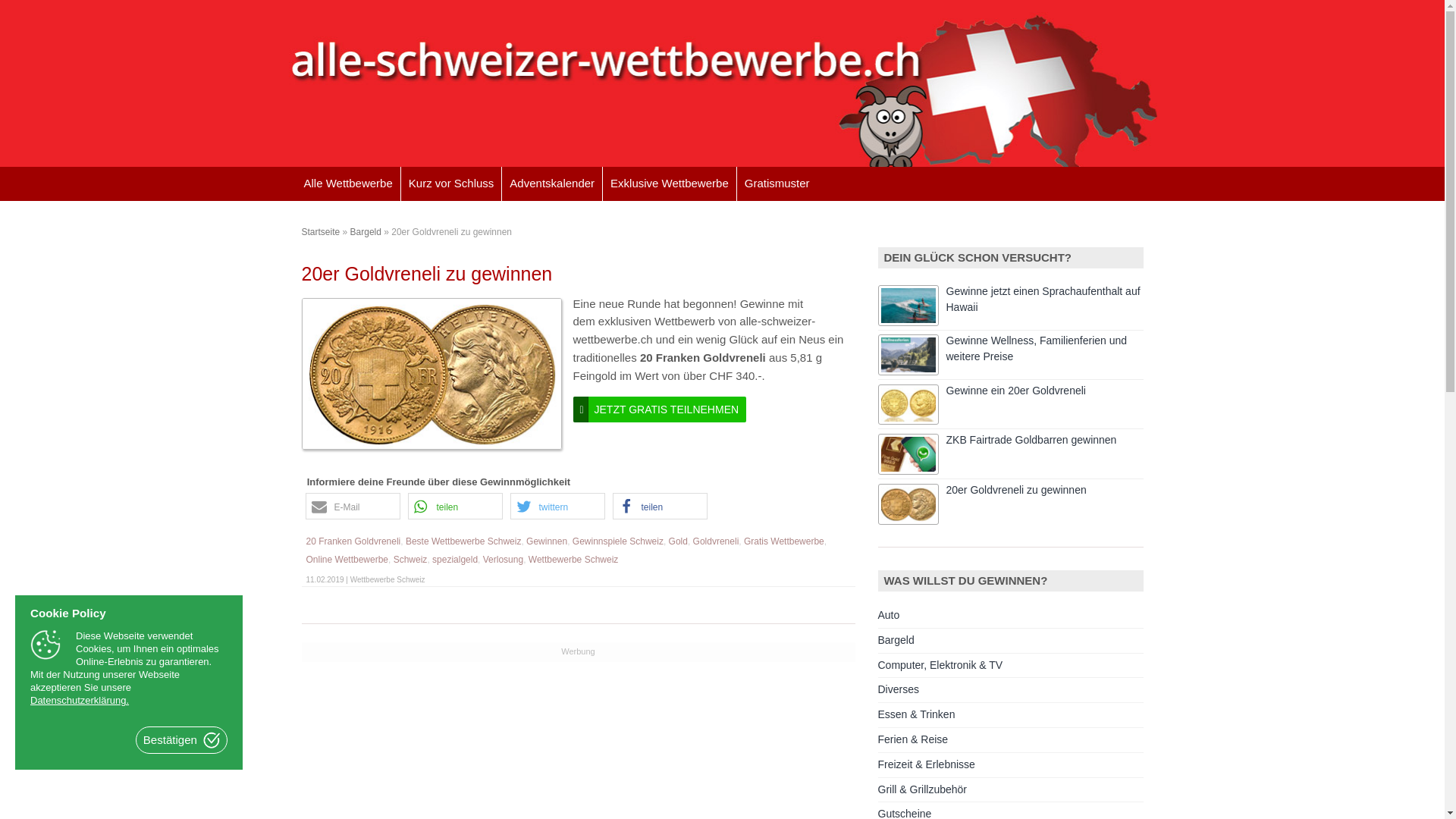 Image resolution: width=1456 pixels, height=819 pixels. What do you see at coordinates (482, 559) in the screenshot?
I see `'Verlosung'` at bounding box center [482, 559].